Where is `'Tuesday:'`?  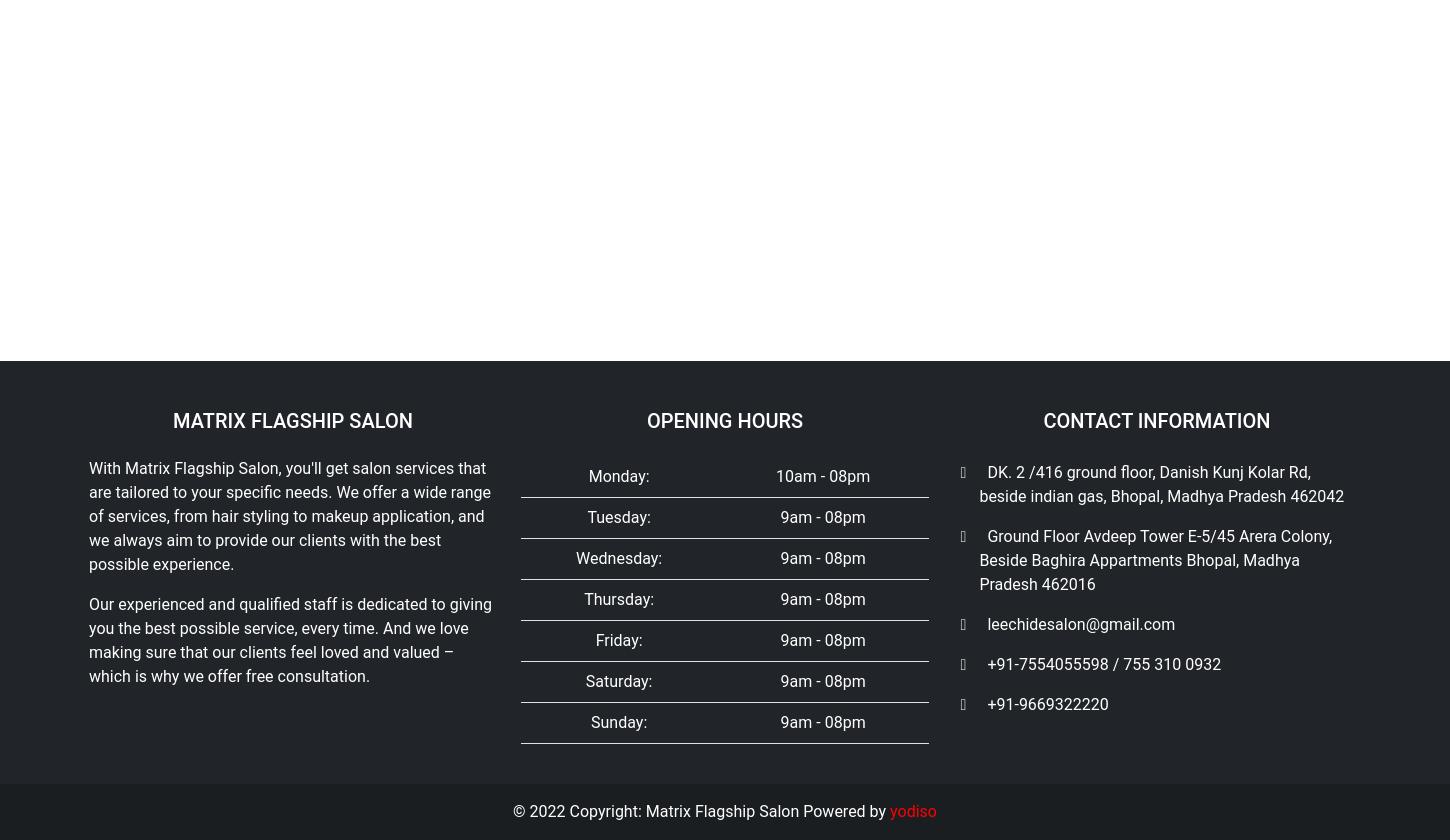 'Tuesday:' is located at coordinates (586, 15).